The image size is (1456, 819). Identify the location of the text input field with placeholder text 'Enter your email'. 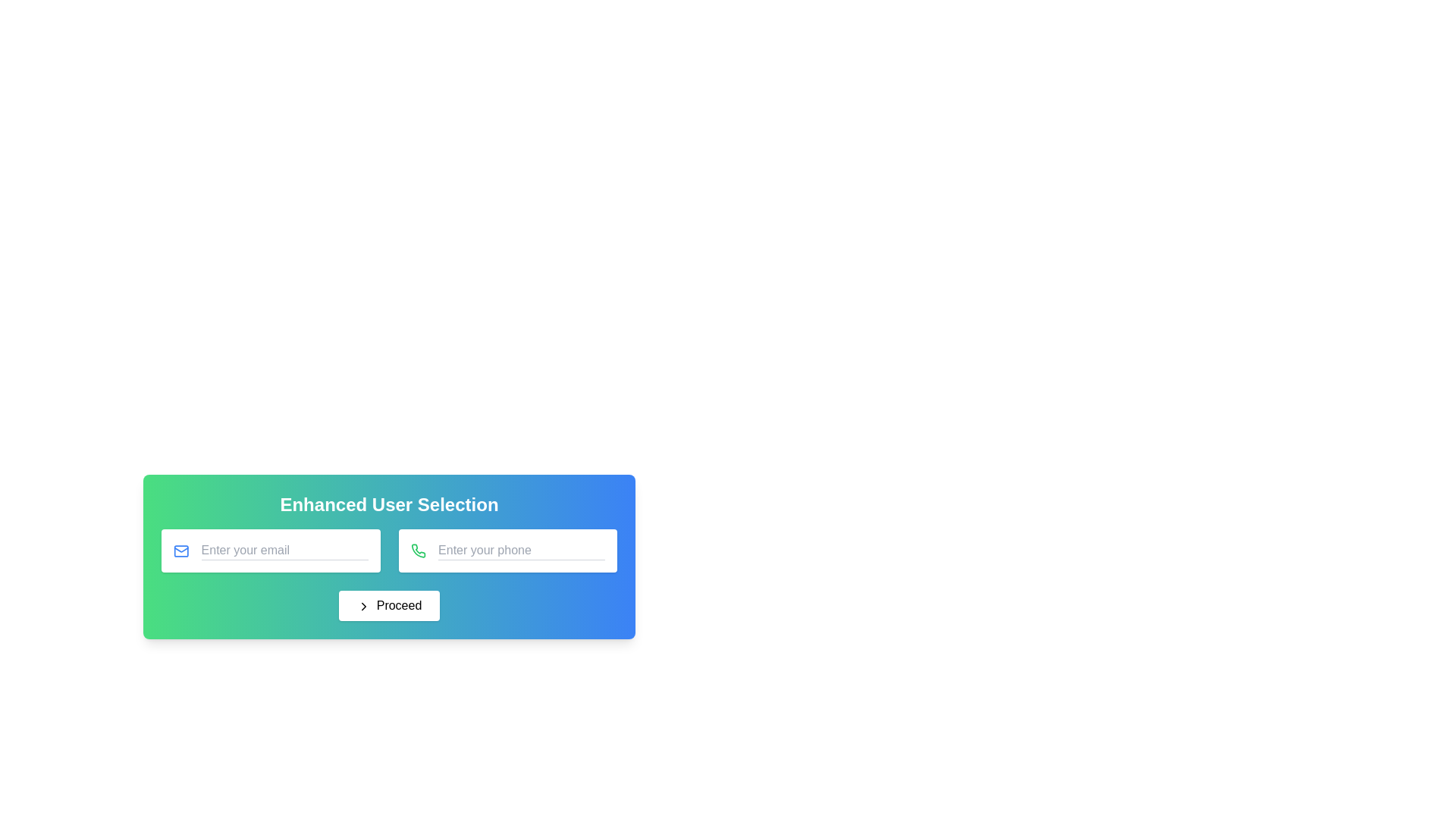
(284, 551).